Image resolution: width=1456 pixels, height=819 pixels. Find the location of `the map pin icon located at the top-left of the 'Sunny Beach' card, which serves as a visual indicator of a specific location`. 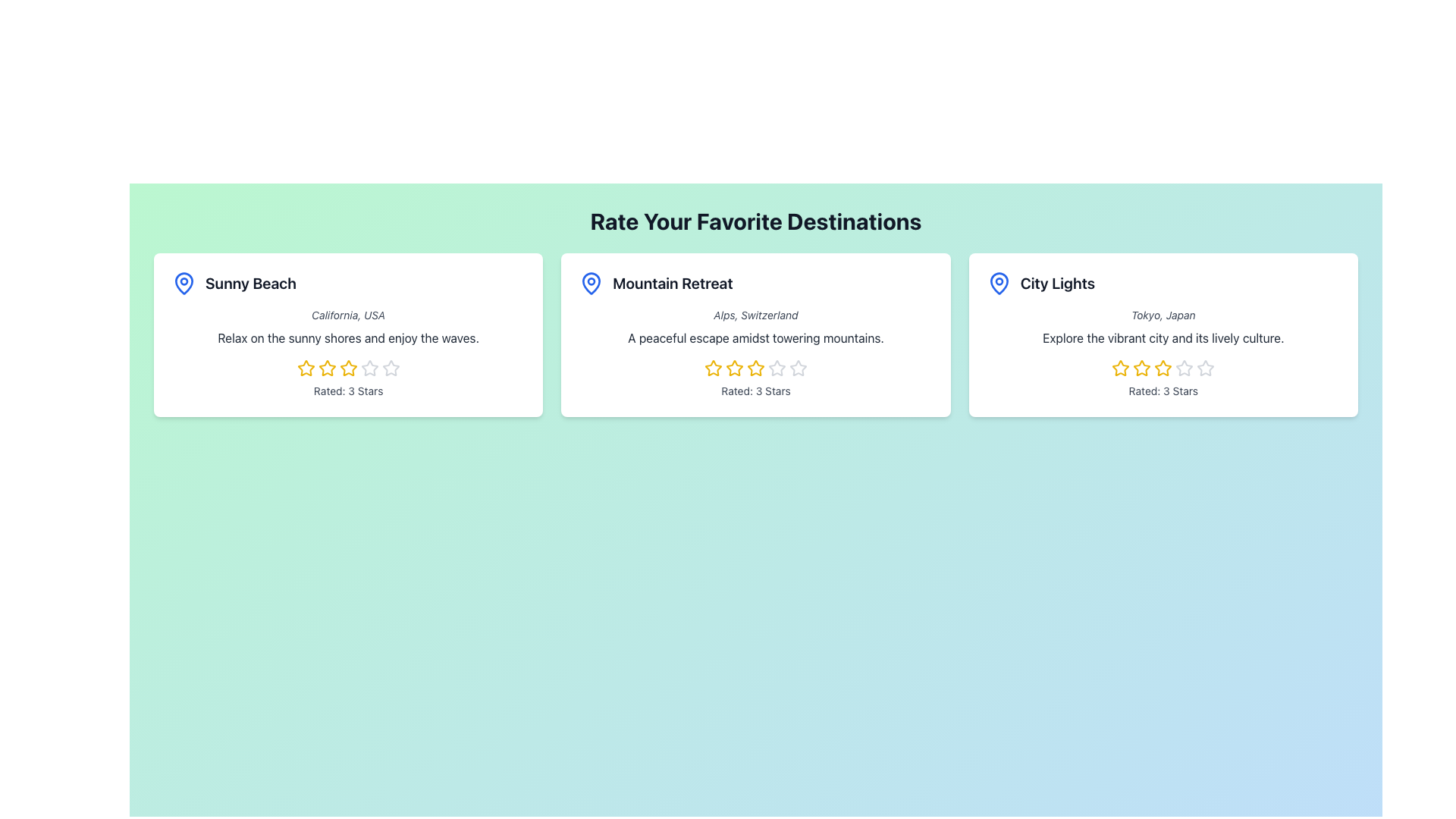

the map pin icon located at the top-left of the 'Sunny Beach' card, which serves as a visual indicator of a specific location is located at coordinates (184, 283).